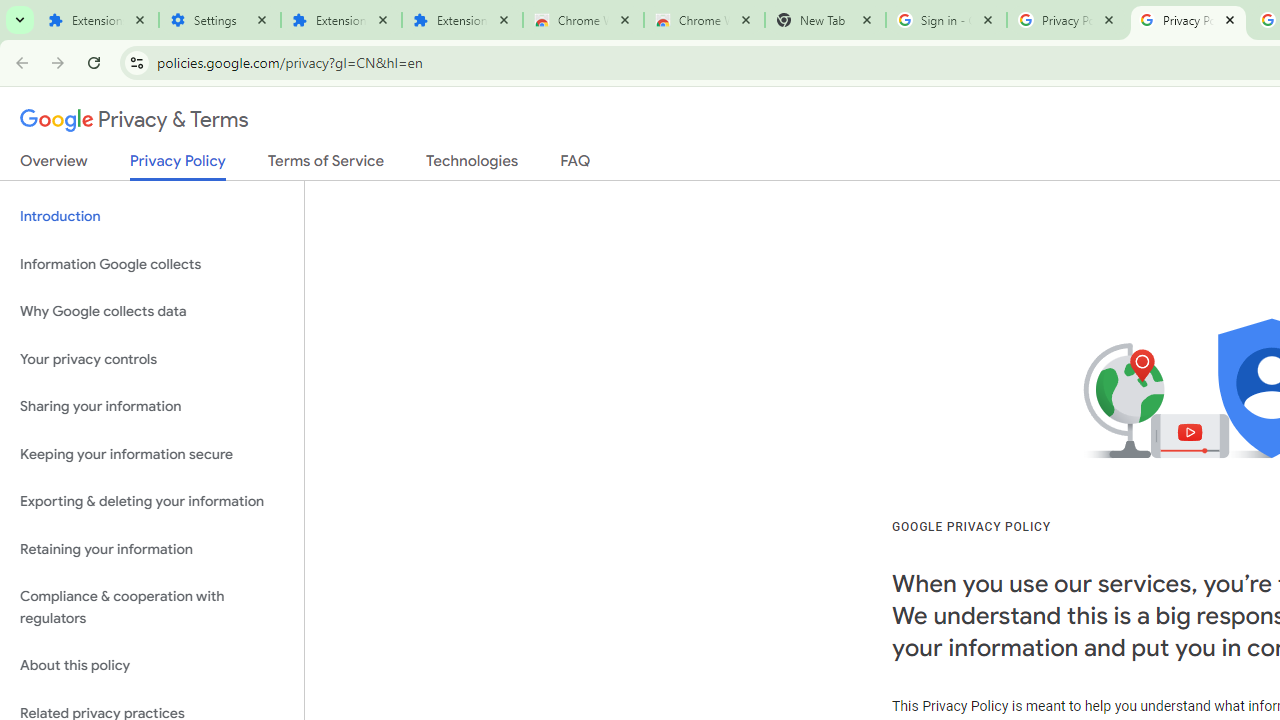  Describe the element at coordinates (134, 120) in the screenshot. I see `'Privacy & Terms'` at that location.